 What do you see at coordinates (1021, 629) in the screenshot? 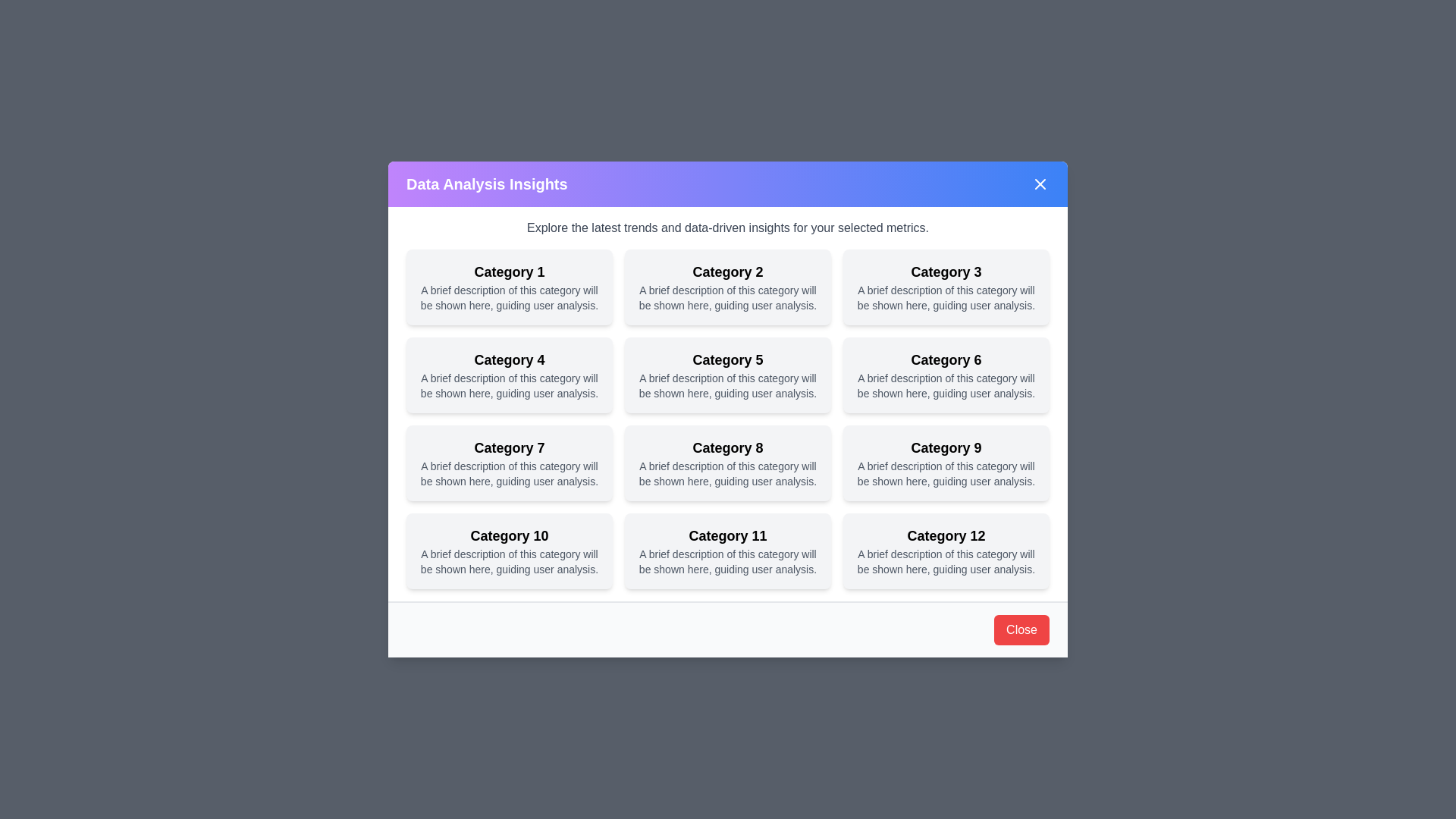
I see `'Close' button at the bottom-right of the dialog` at bounding box center [1021, 629].